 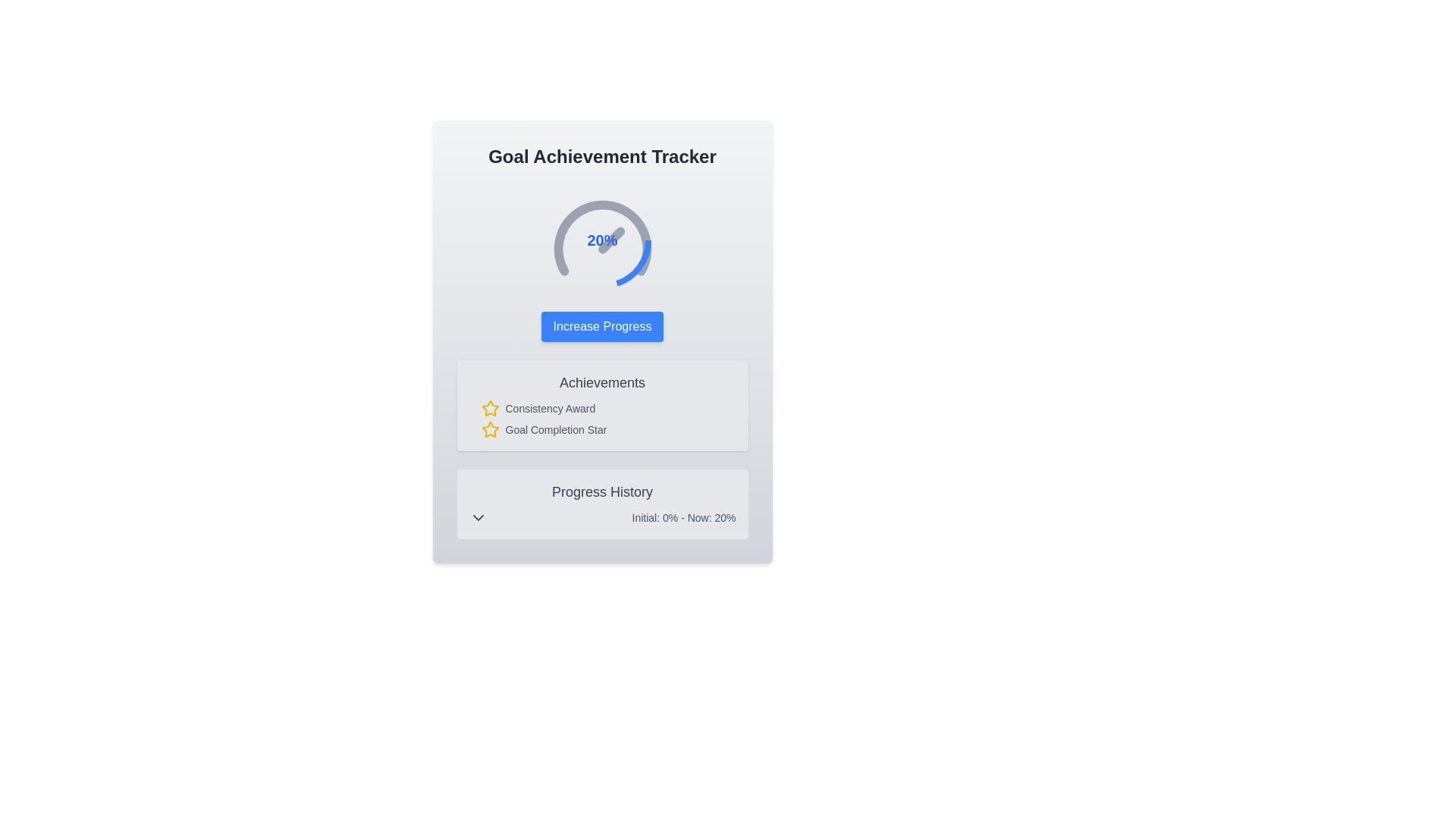 What do you see at coordinates (601, 382) in the screenshot?
I see `the text label titled 'Achievements' which is prominently displayed at the top of its section, styled in gray with a larger font size` at bounding box center [601, 382].